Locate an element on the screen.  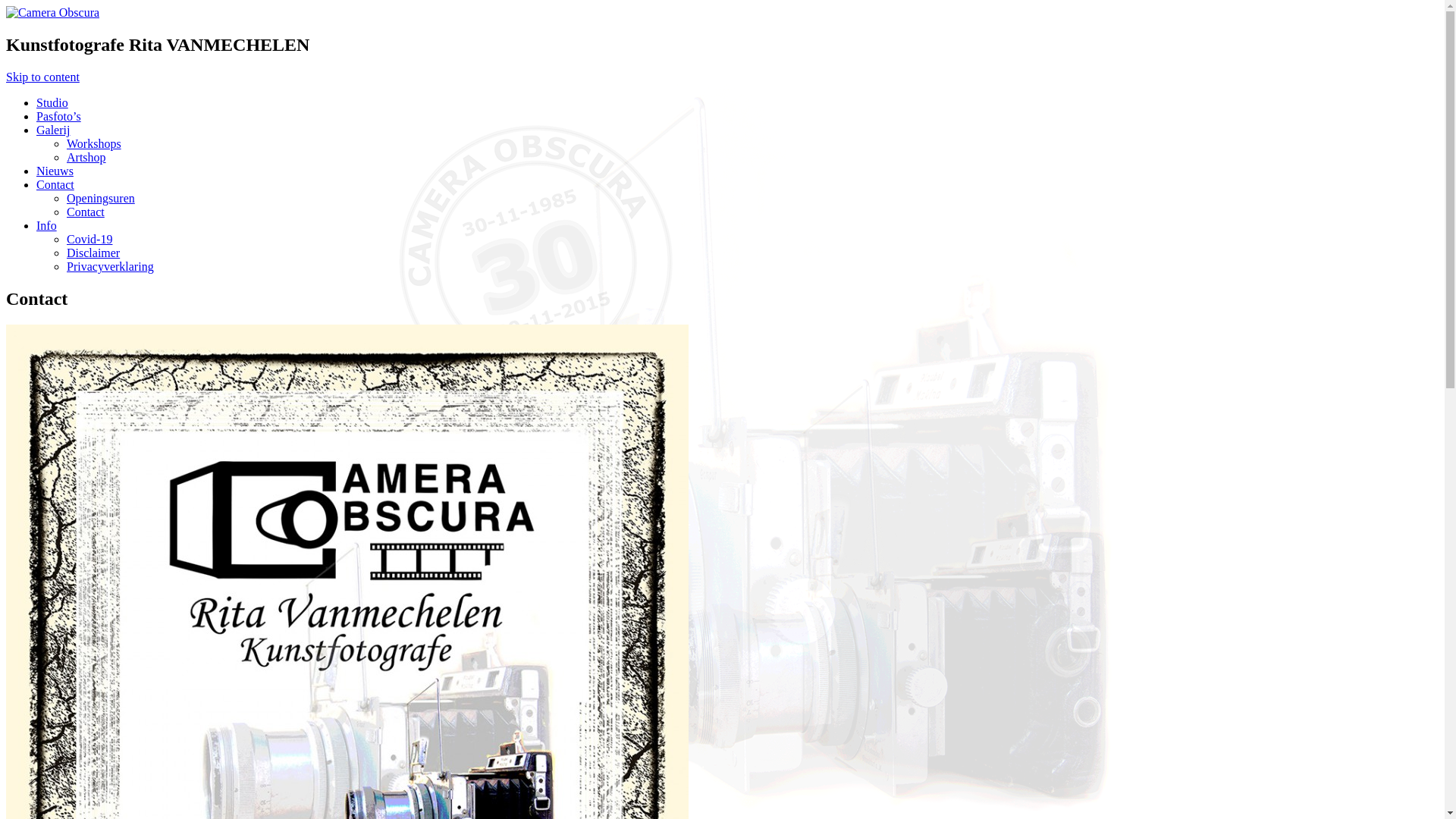
'Covid-19' is located at coordinates (89, 239).